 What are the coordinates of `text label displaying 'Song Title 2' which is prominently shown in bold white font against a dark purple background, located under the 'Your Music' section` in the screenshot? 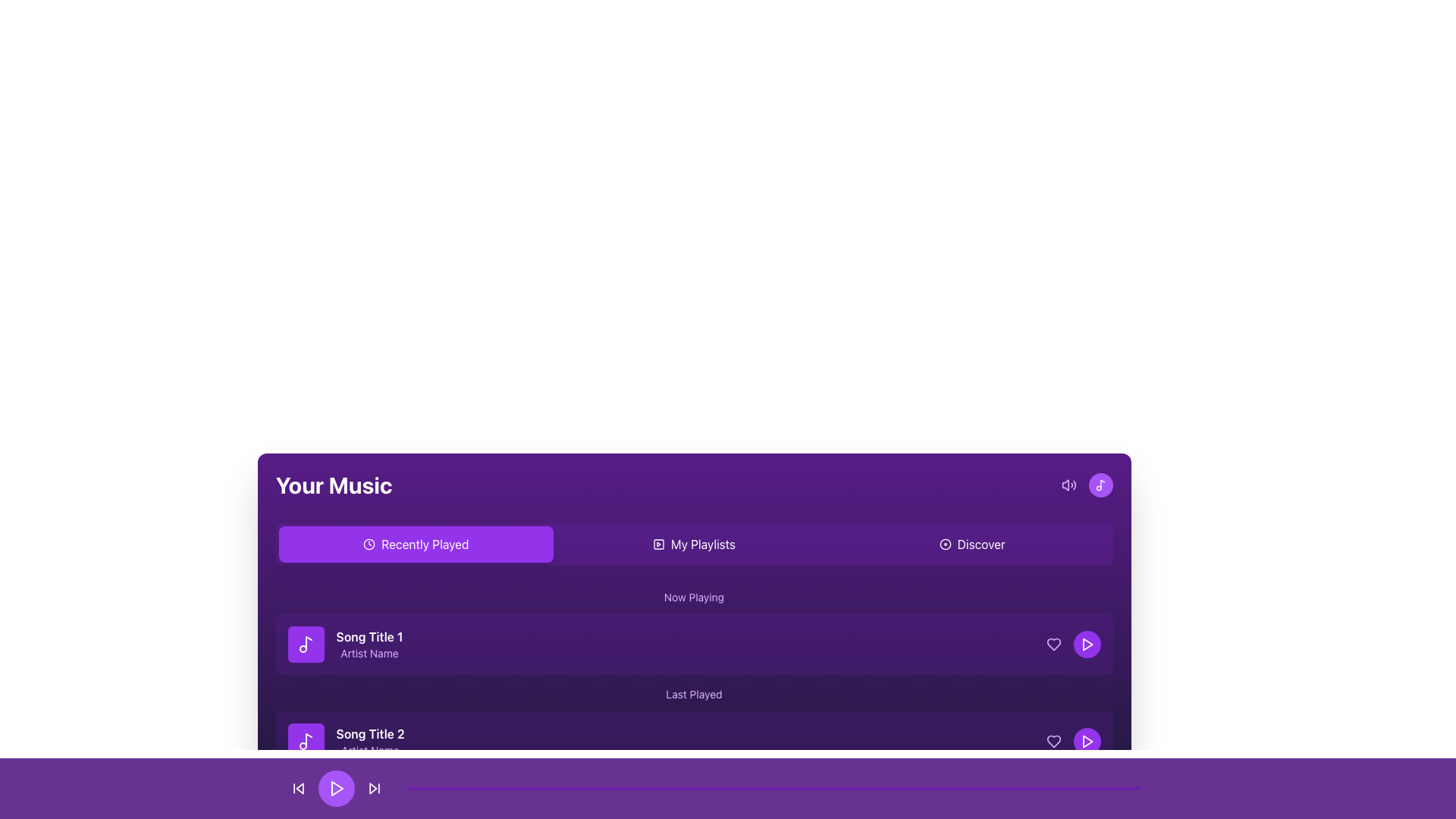 It's located at (370, 733).